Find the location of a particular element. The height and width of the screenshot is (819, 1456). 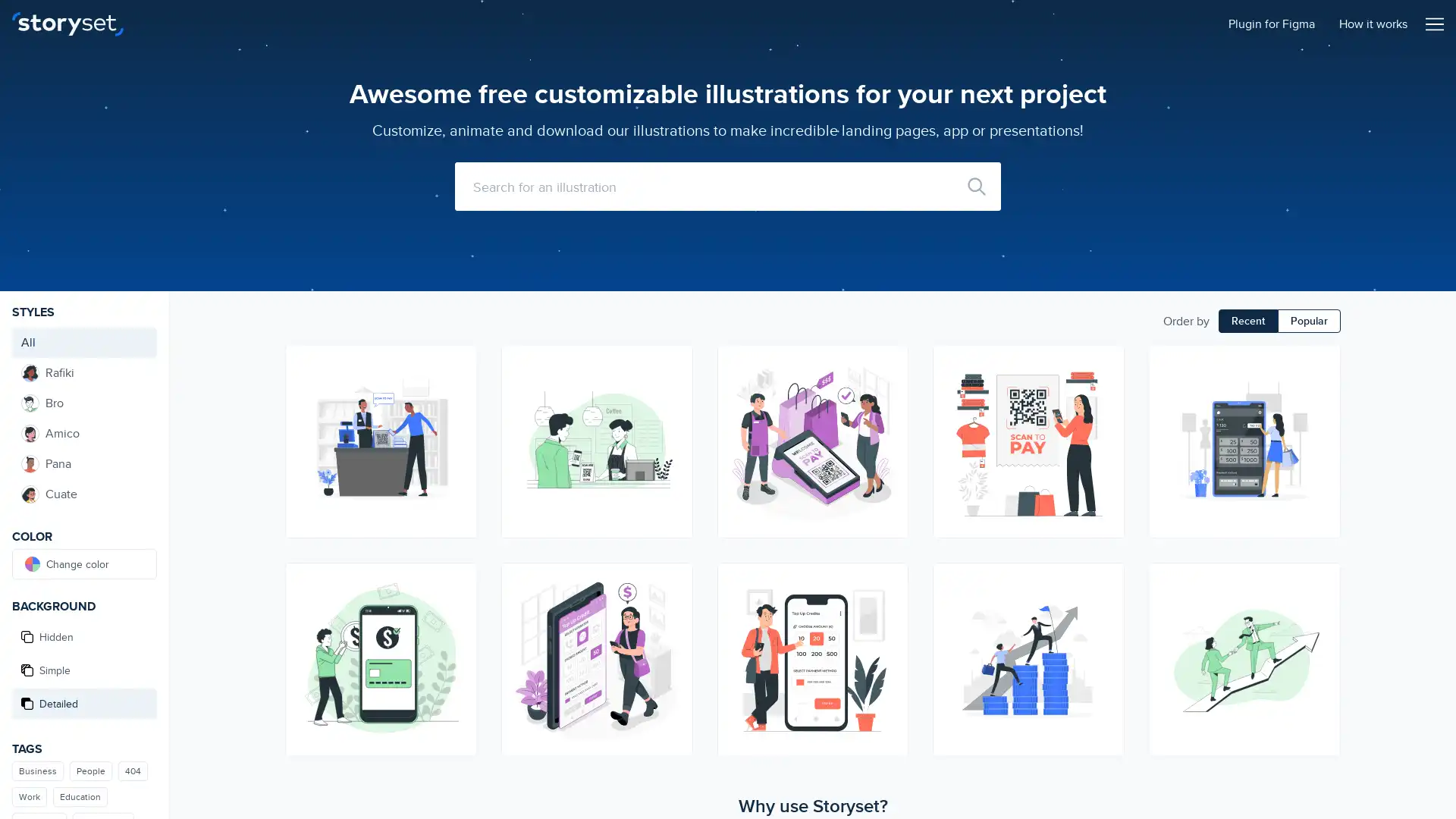

Pinterest icon Save is located at coordinates (673, 418).